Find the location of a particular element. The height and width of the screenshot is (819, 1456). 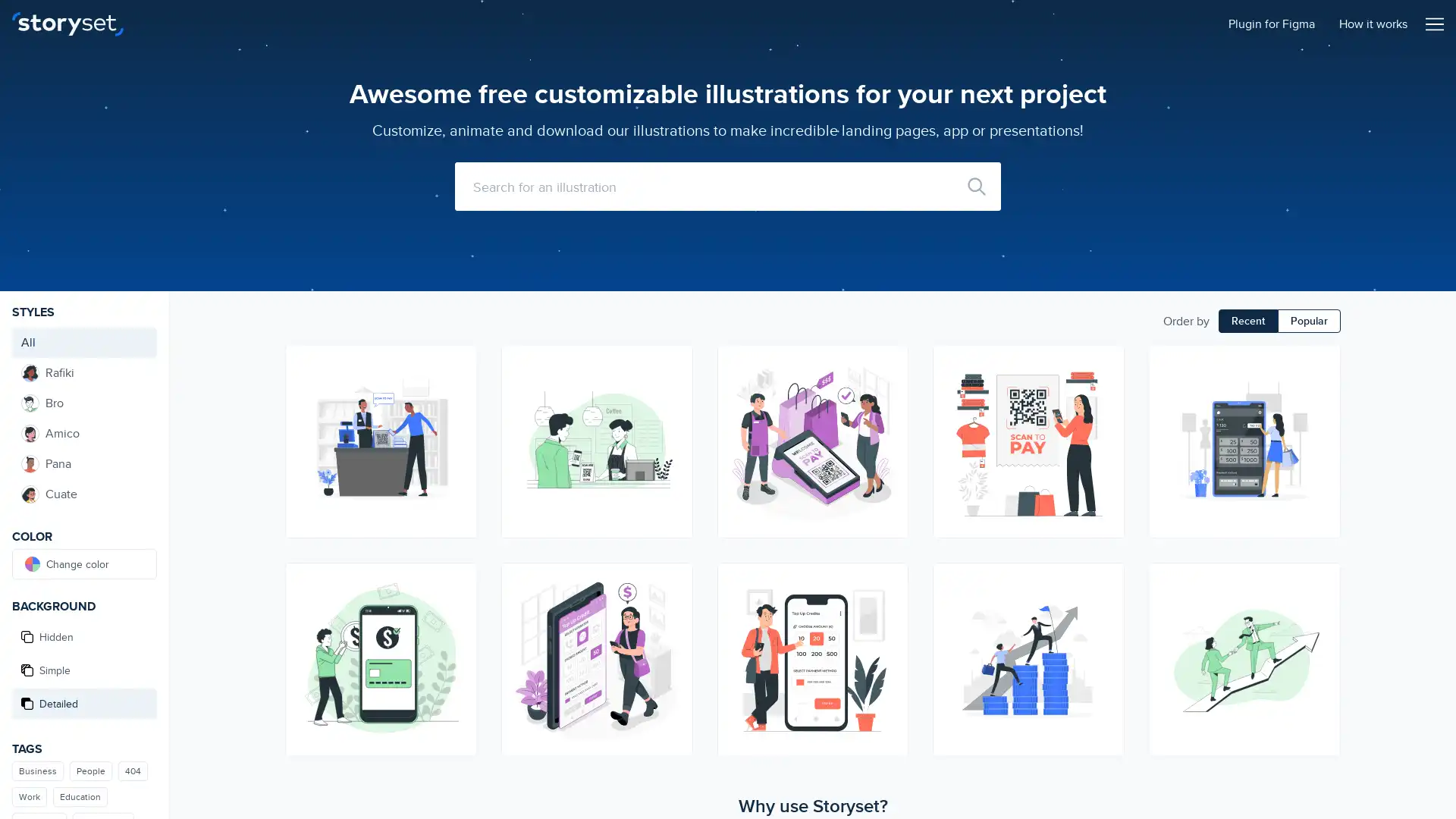

Pinterest icon Save is located at coordinates (673, 418).